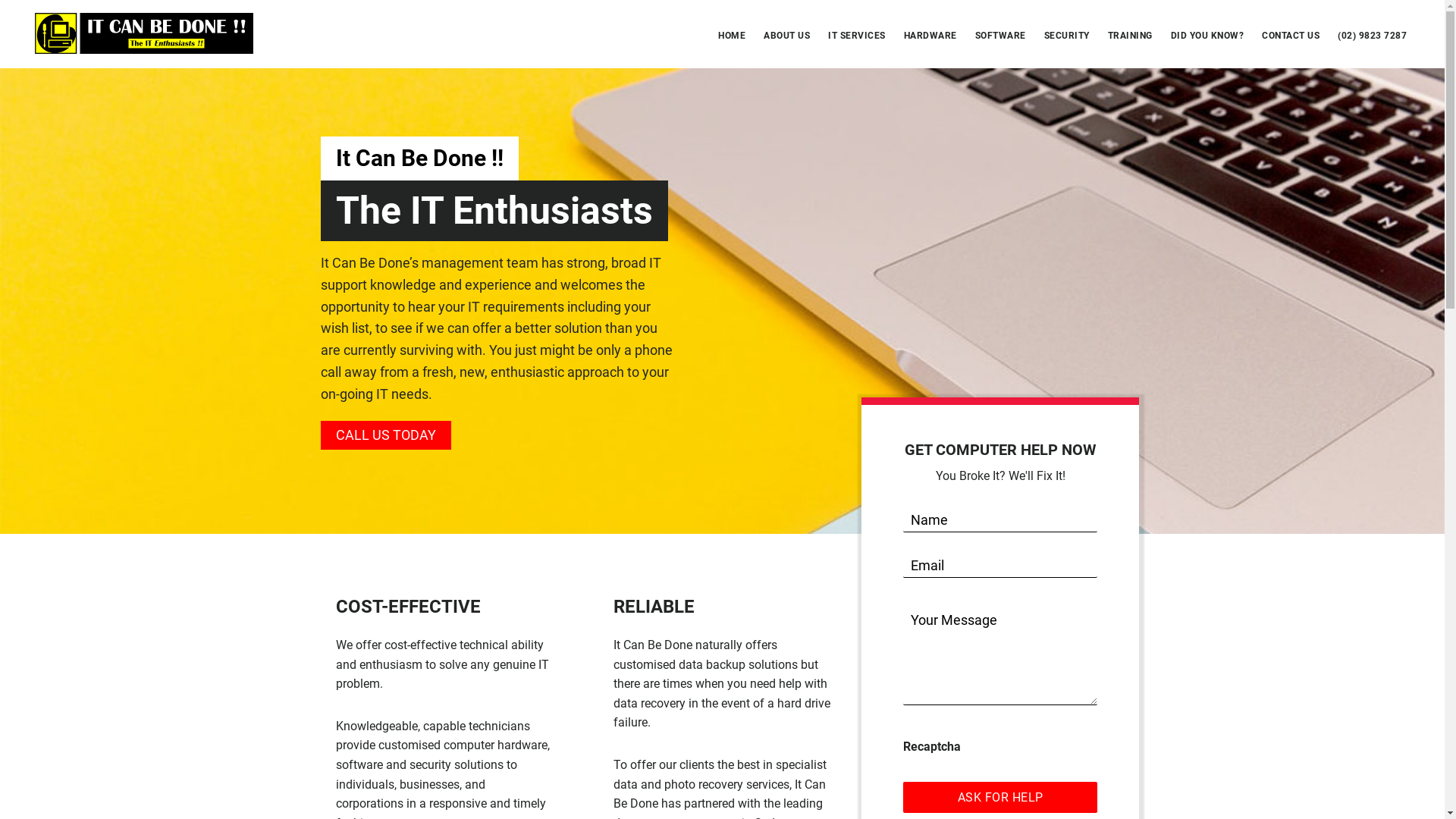  Describe the element at coordinates (1207, 34) in the screenshot. I see `'DID YOU KNOW?'` at that location.